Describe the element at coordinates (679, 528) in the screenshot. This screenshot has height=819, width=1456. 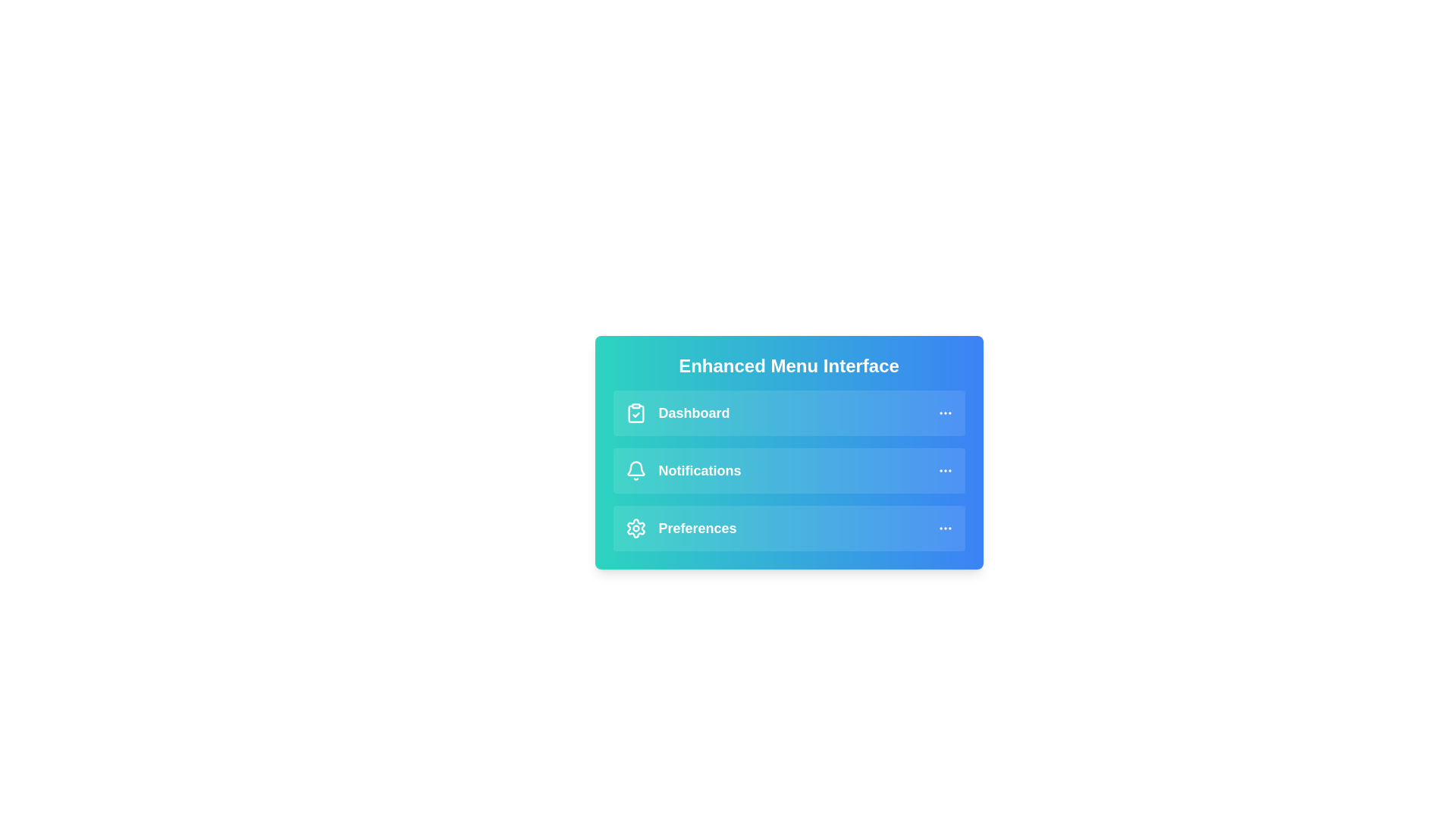
I see `the 'Preferences' button, which features a gear icon and bold text, located at the bottom of the vertical menu list` at that location.